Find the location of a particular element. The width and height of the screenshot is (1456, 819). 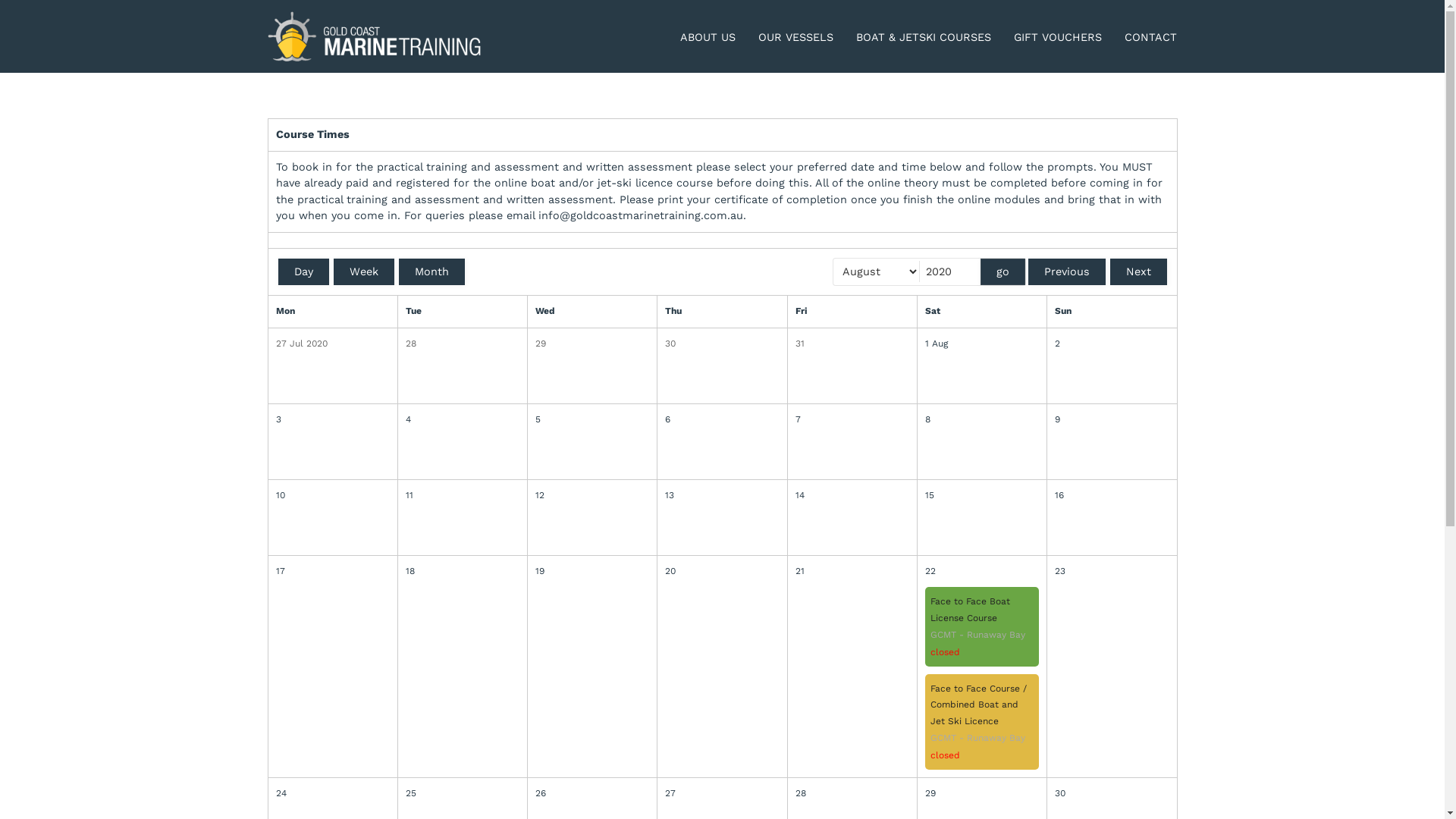

'22' is located at coordinates (982, 571).